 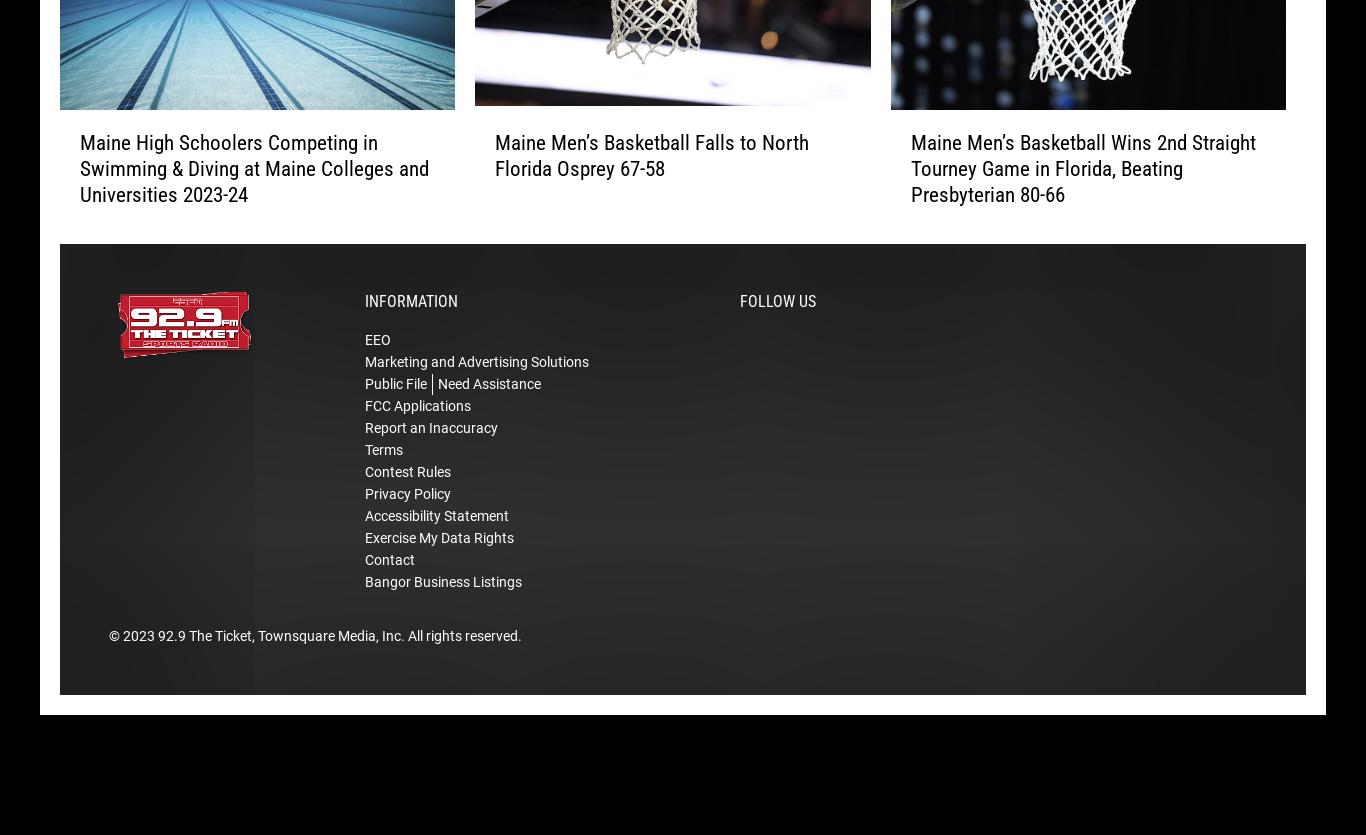 I want to click on 'Marketing and Advertising Solutions', so click(x=477, y=393).